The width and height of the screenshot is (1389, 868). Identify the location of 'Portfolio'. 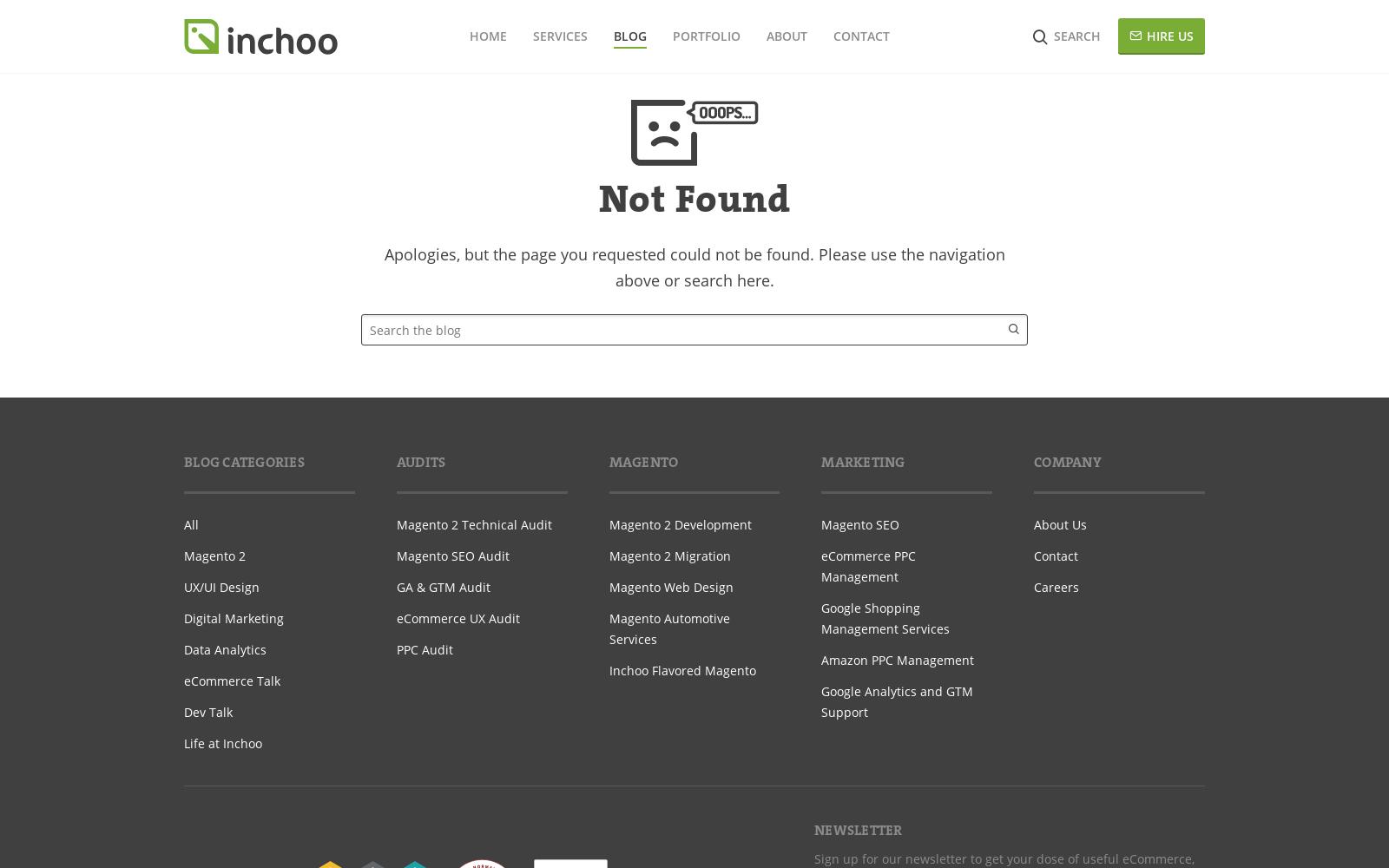
(704, 36).